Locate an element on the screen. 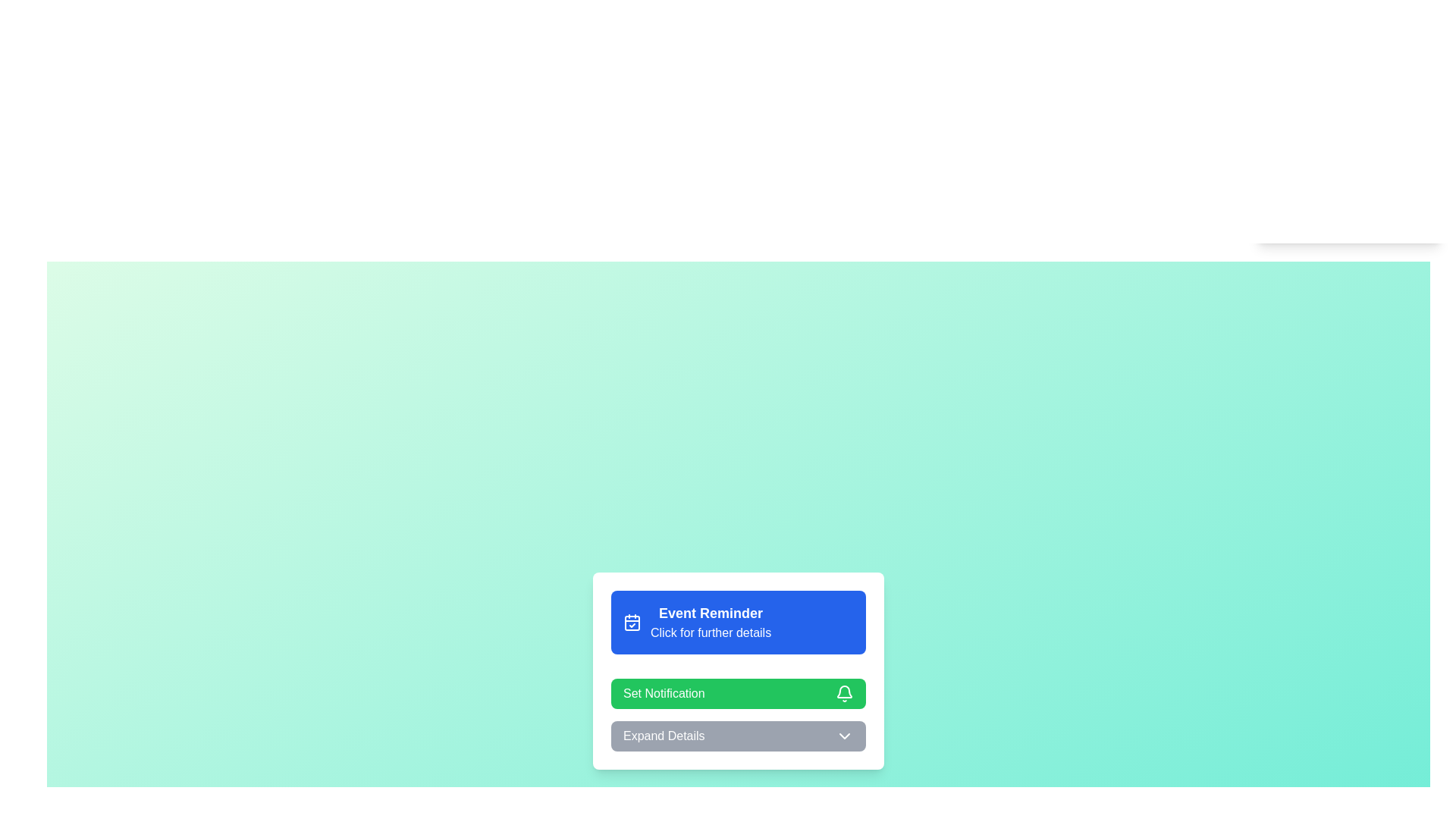 The height and width of the screenshot is (819, 1456). the rounded rectangle icon styled in filled blue color within the calendar illustration in the SVG, which is the third element among its siblings and is located above the 'Event Reminder' heading is located at coordinates (632, 623).